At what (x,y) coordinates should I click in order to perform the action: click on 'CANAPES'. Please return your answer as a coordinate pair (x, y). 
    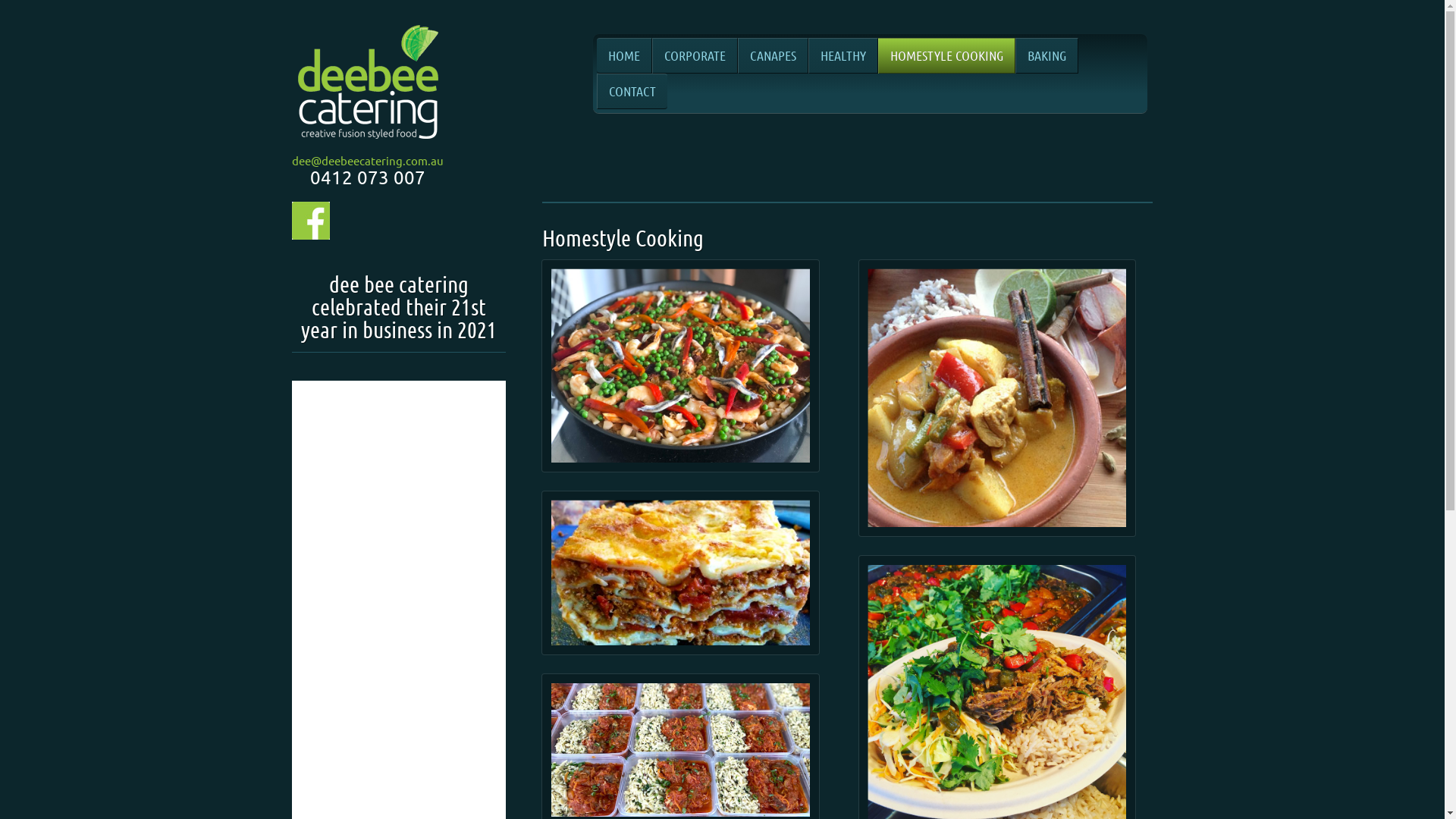
    Looking at the image, I should click on (773, 55).